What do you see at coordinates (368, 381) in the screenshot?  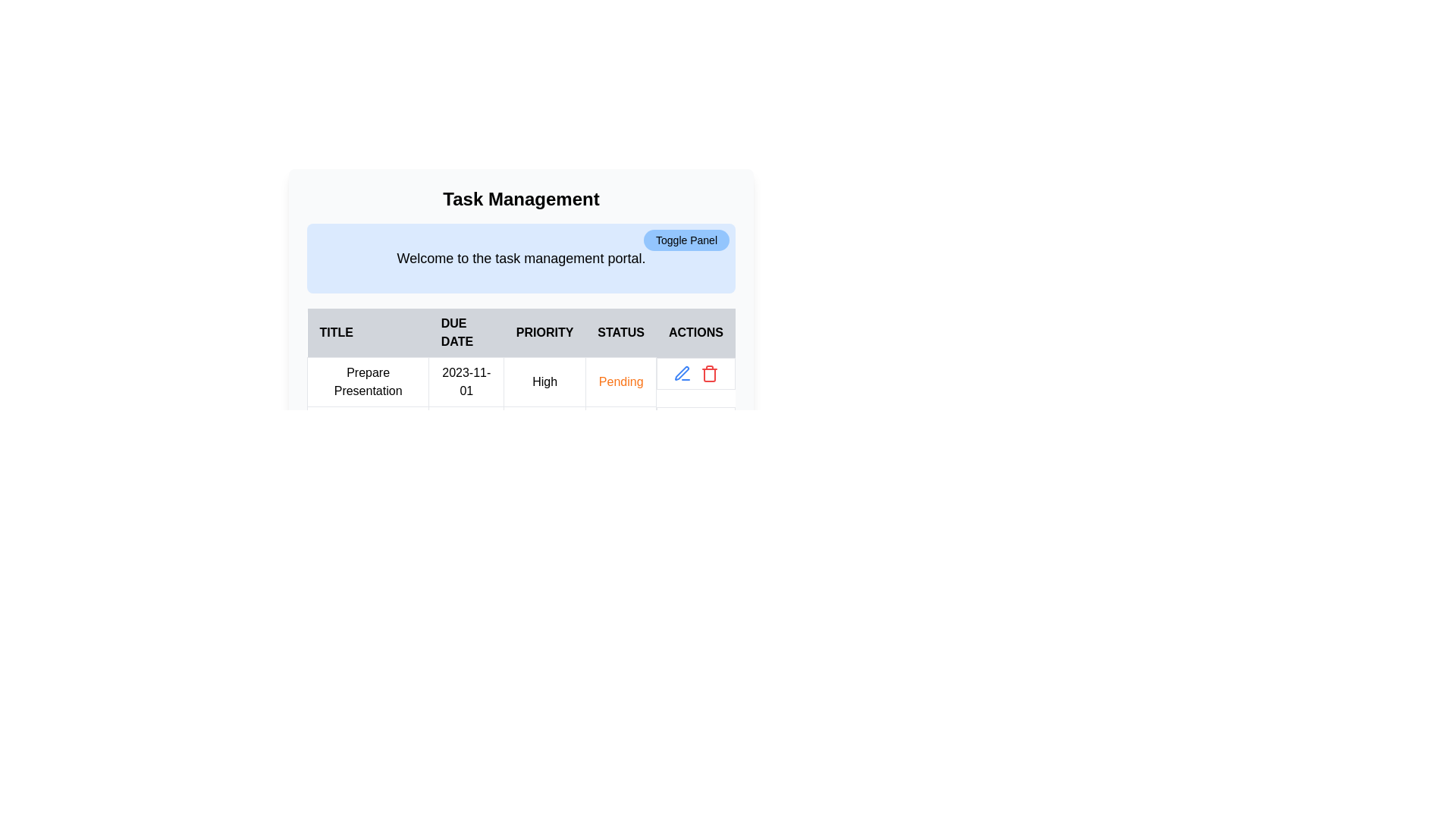 I see `the task title text label in the first column of the task management system's table, located under the 'TITLE' header` at bounding box center [368, 381].